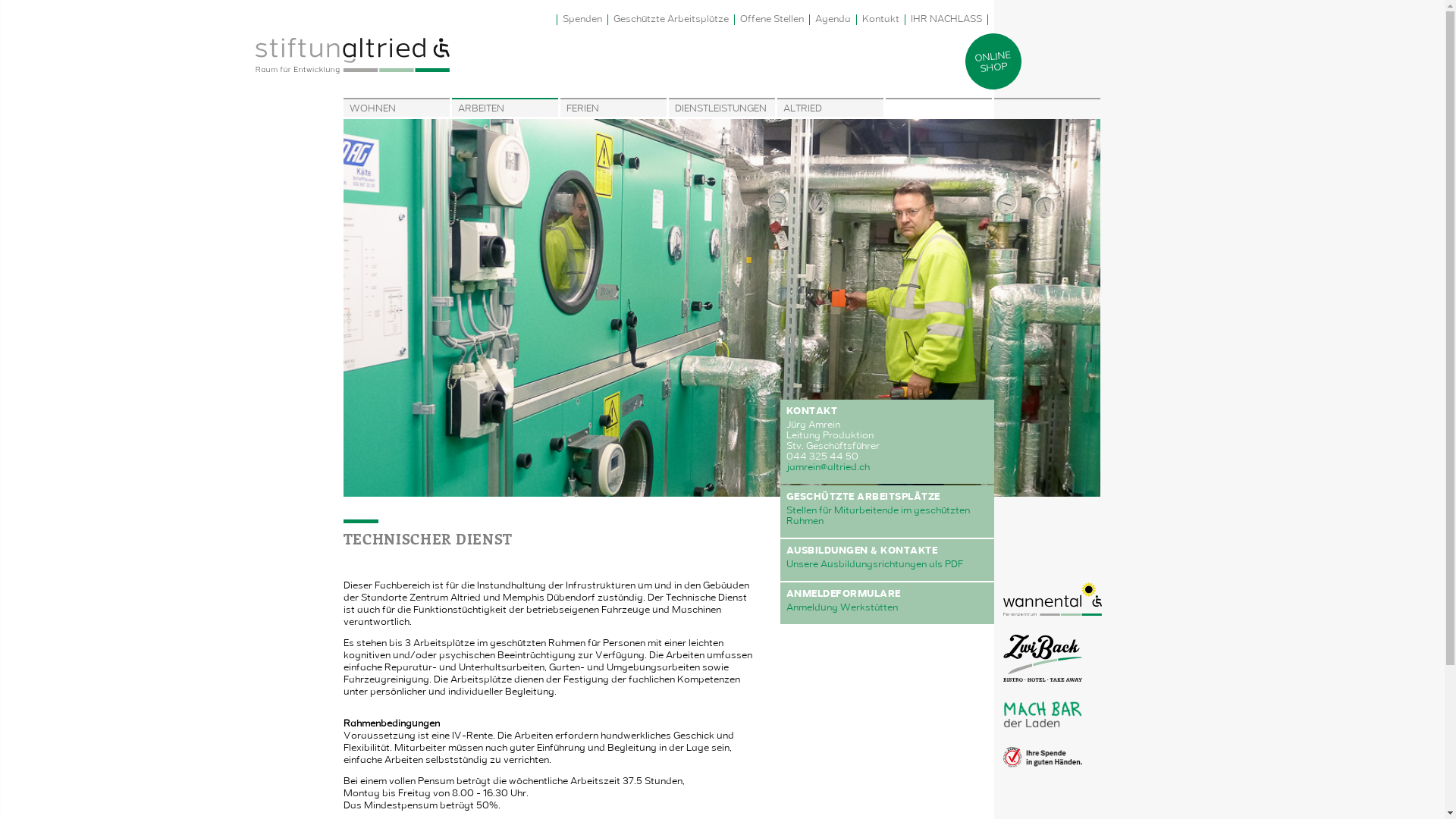 This screenshot has height=819, width=1456. I want to click on 'WOHNEN', so click(396, 108).